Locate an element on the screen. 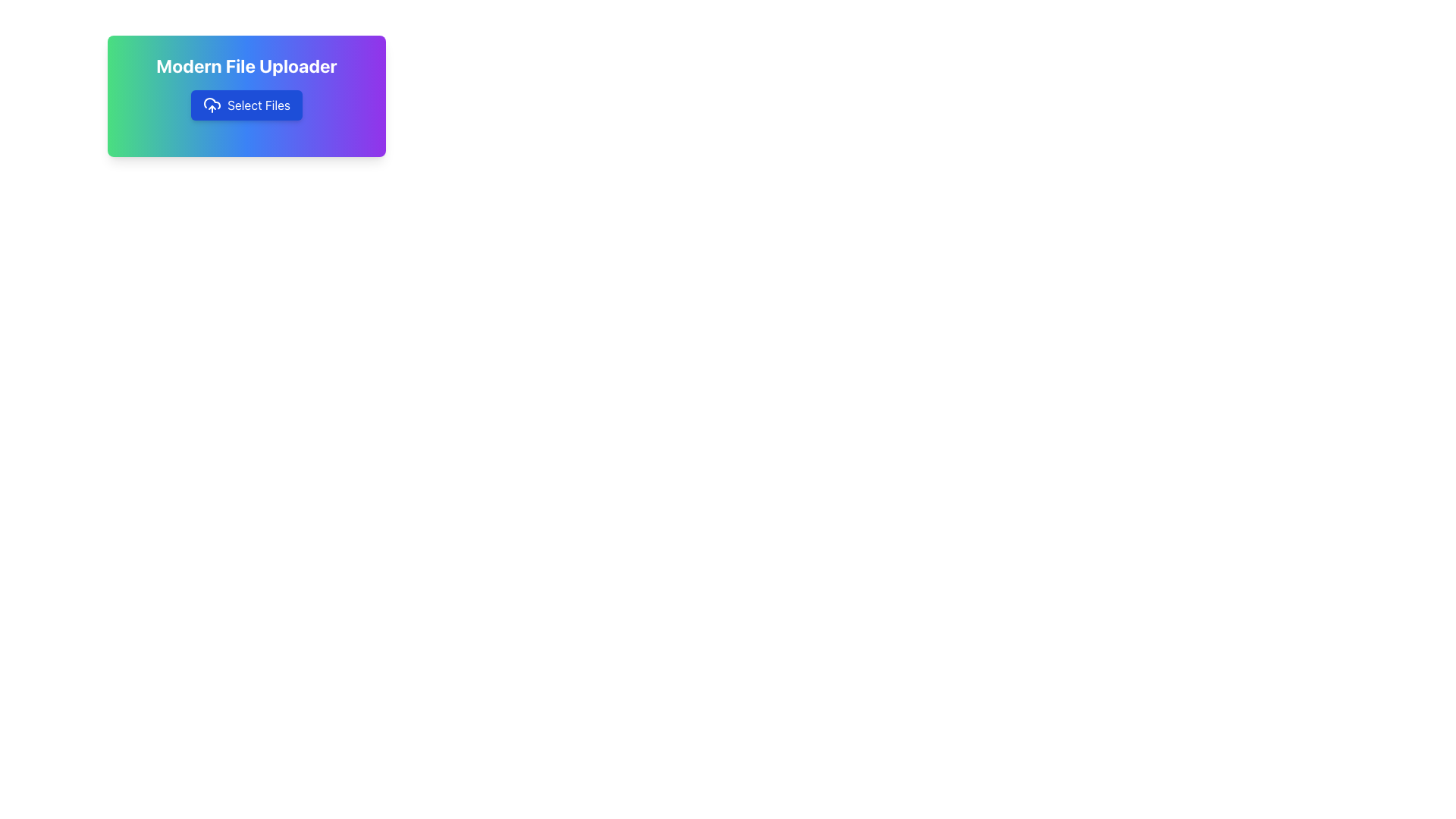 The width and height of the screenshot is (1456, 819). the upload icon within the 'Select Files' button in the 'Modern File Uploader' UI component, which is visually distinct against a blue background is located at coordinates (212, 104).